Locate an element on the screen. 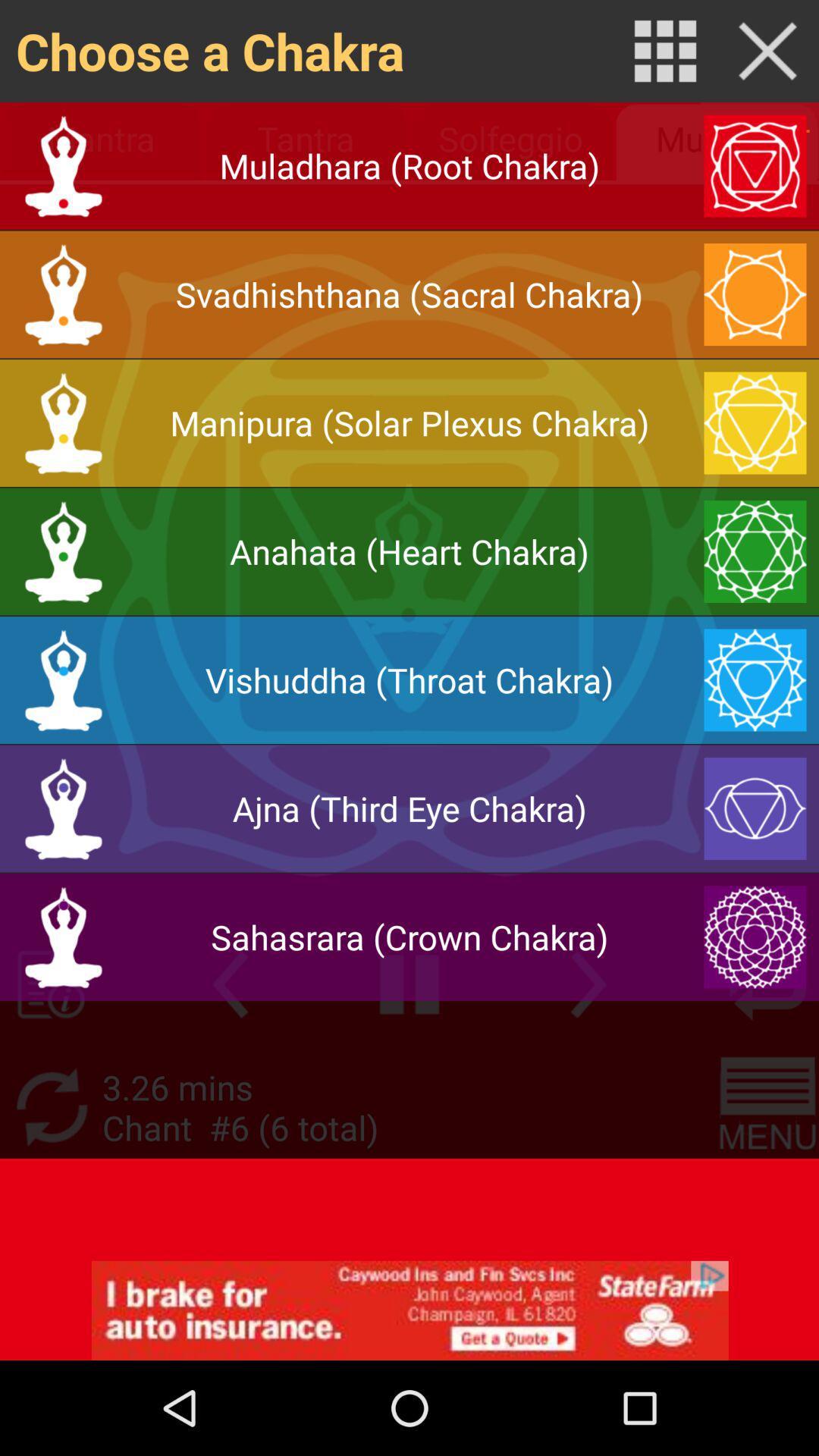  the menu icon is located at coordinates (767, 1184).